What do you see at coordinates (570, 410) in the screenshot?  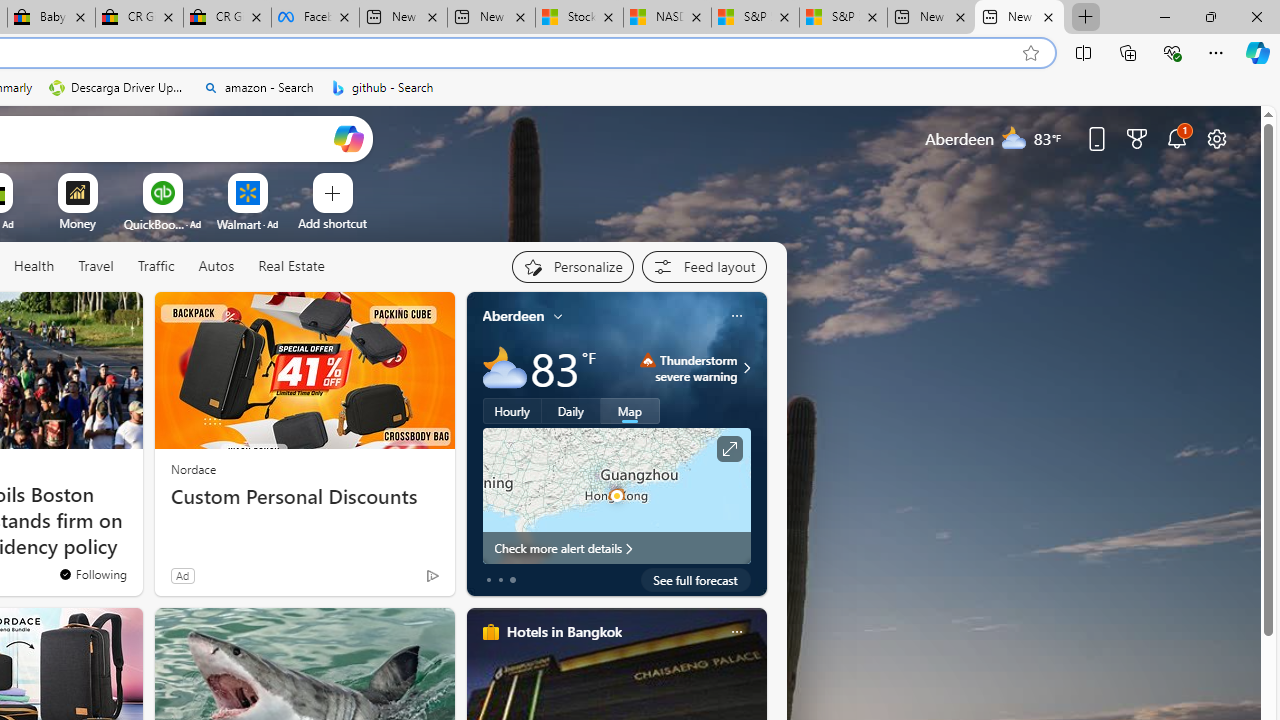 I see `'Daily'` at bounding box center [570, 410].